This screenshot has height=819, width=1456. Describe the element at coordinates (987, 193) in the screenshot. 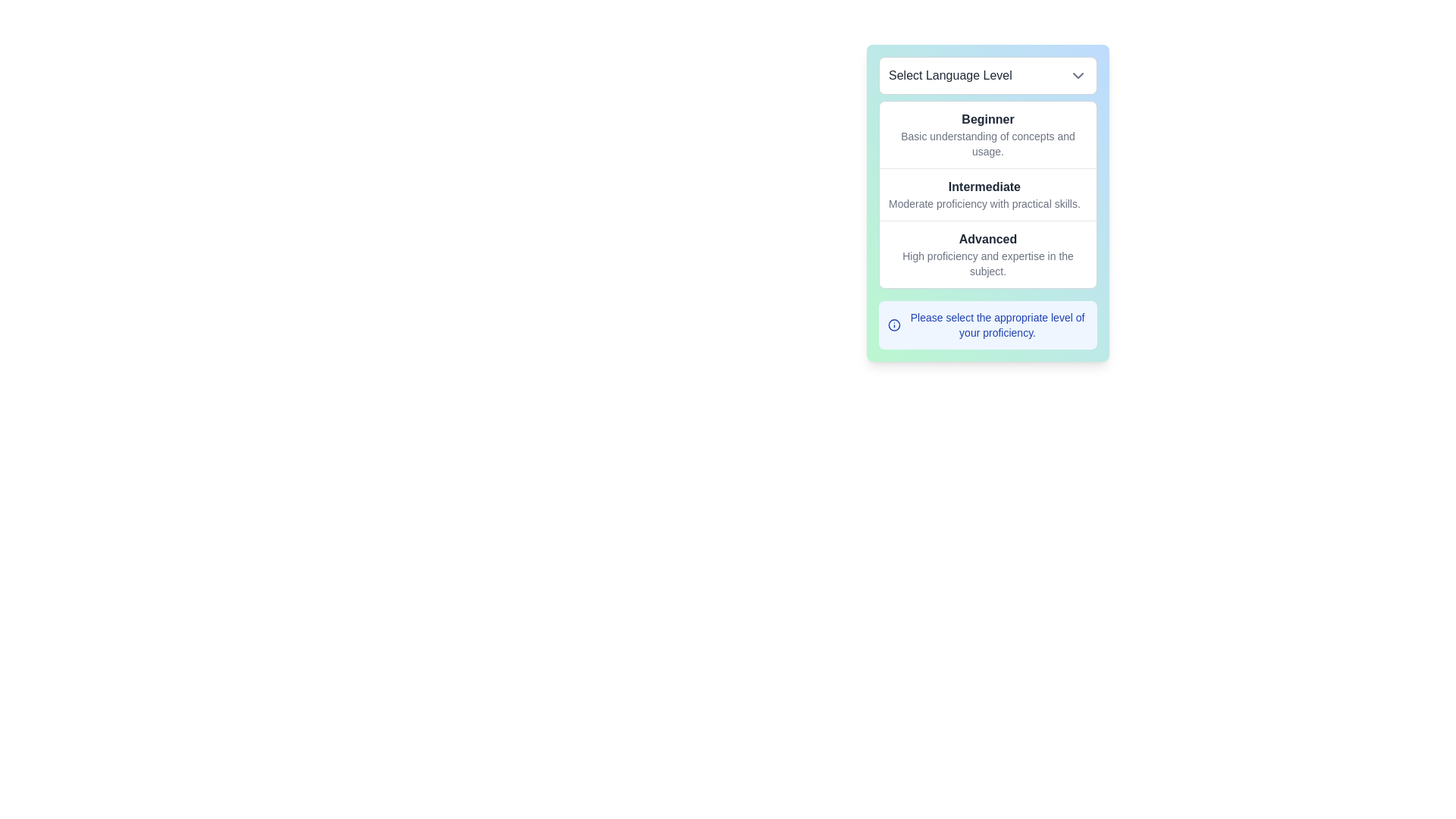

I see `the 'Intermediate' textual selection menu item in the dropdown menu` at that location.